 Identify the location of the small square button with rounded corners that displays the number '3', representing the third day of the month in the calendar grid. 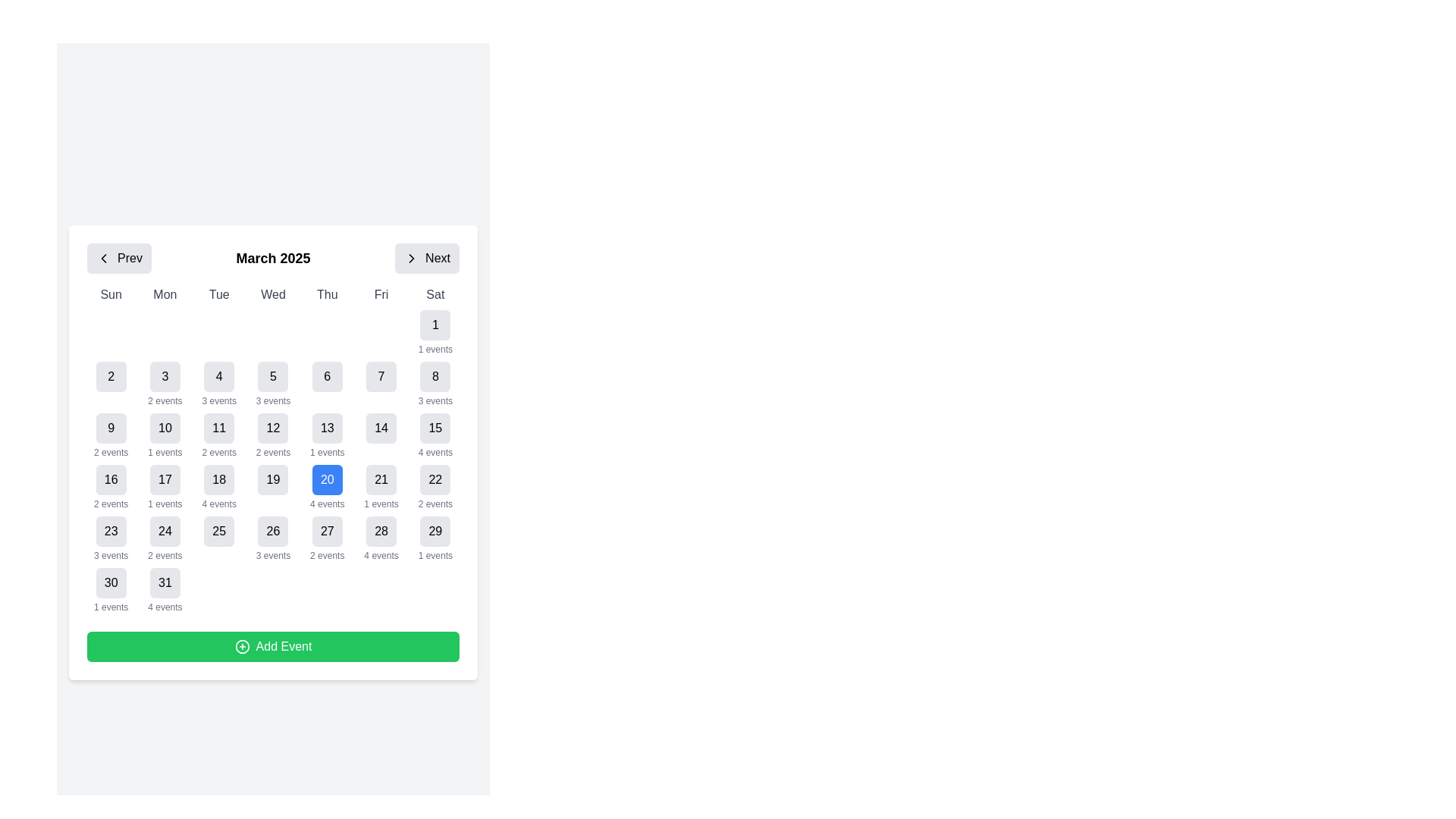
(165, 376).